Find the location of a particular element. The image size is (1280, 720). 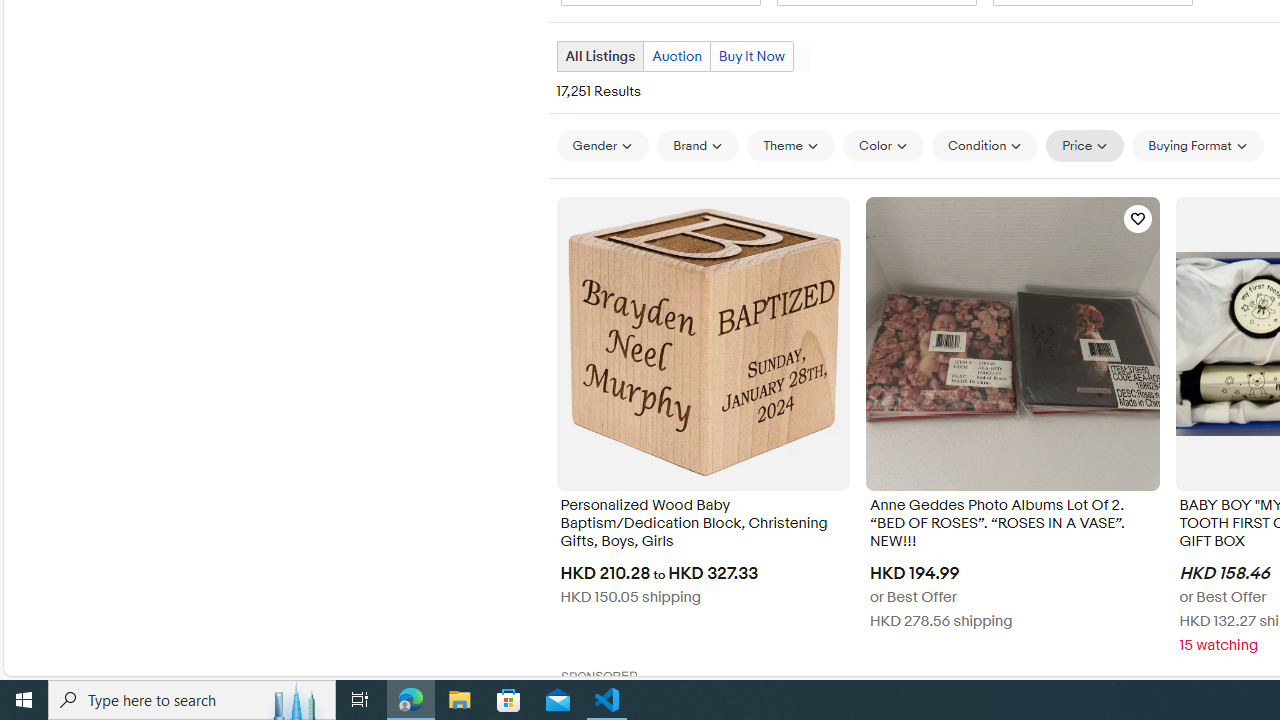

'Gender' is located at coordinates (601, 145).